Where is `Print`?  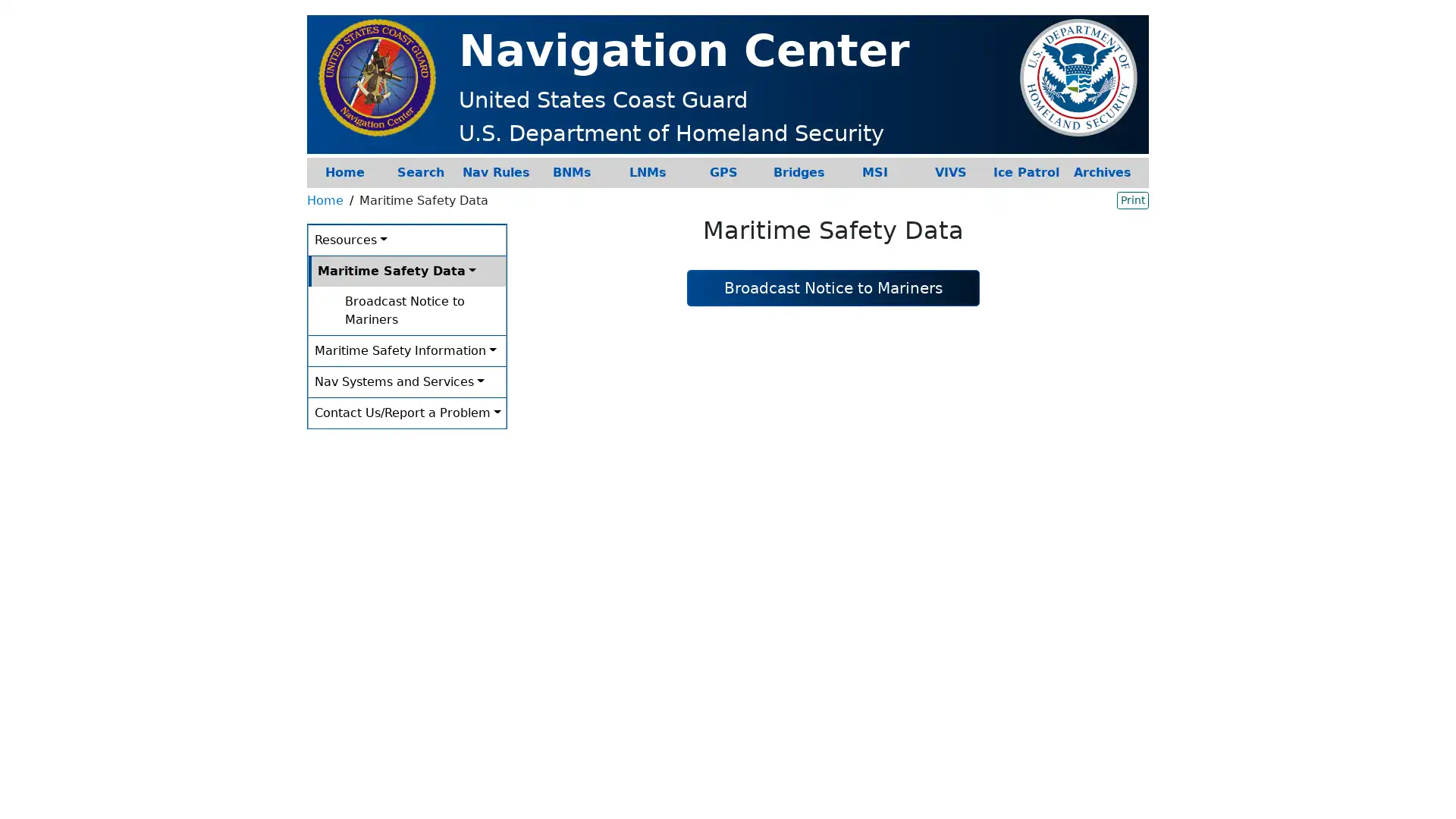
Print is located at coordinates (1132, 199).